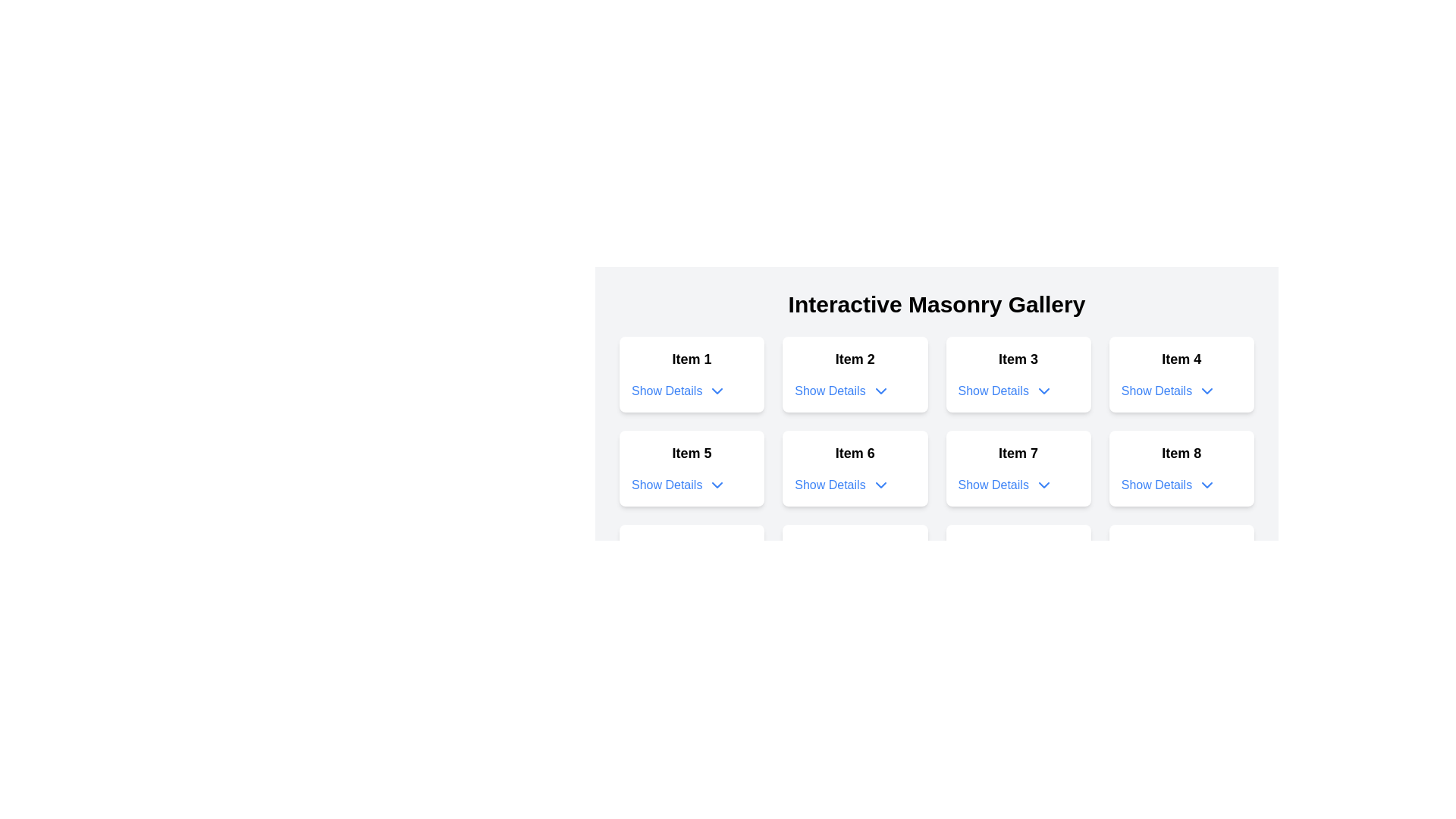 This screenshot has width=1456, height=819. What do you see at coordinates (829, 391) in the screenshot?
I see `the 'Show Details' hyperlink text styled in blue, which is located next to a downward-facing arrow icon in the second item of the second row of the grid layout` at bounding box center [829, 391].